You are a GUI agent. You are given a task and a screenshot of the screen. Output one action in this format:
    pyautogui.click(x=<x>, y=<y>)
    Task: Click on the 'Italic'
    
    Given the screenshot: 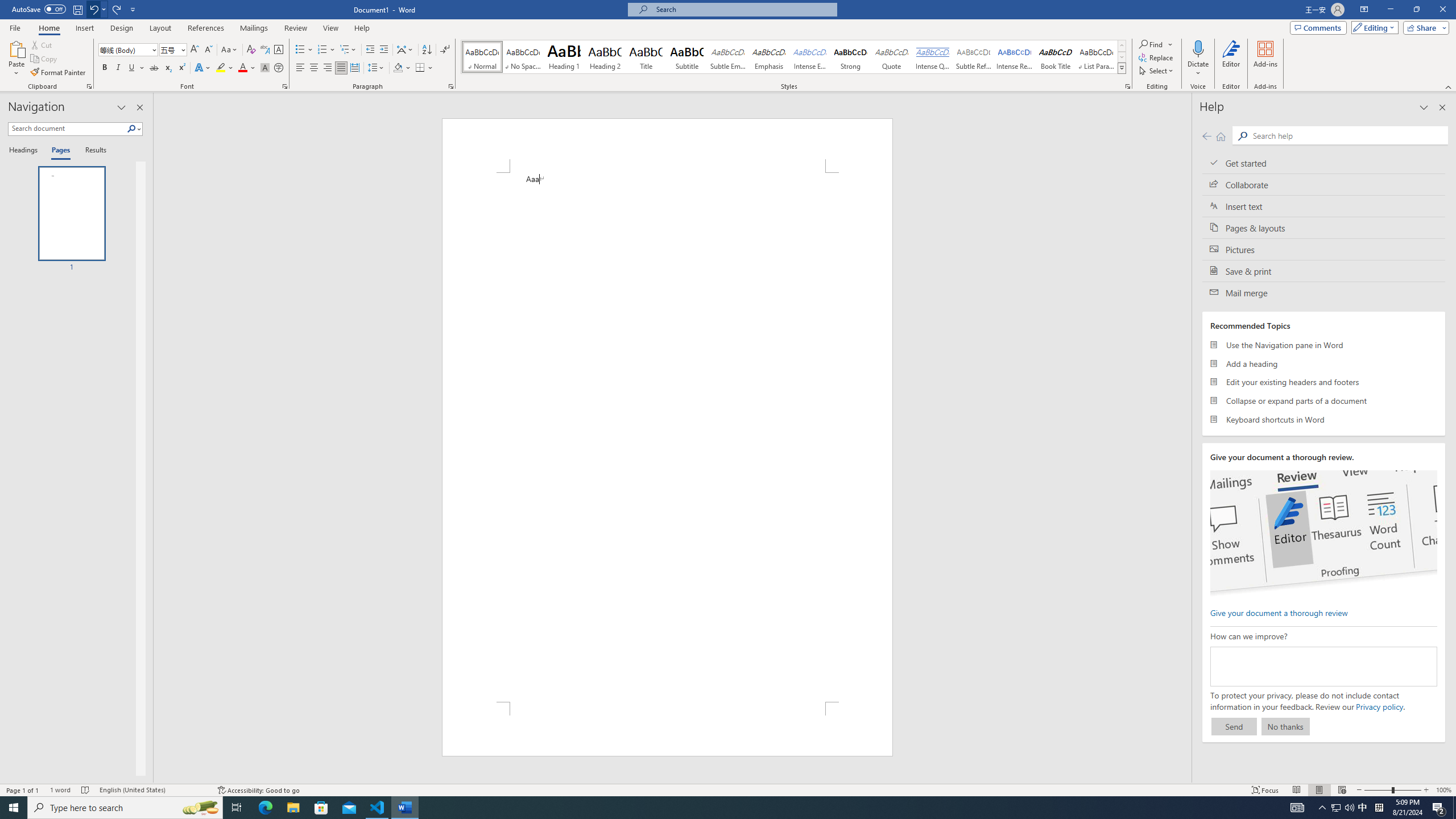 What is the action you would take?
    pyautogui.click(x=118, y=67)
    